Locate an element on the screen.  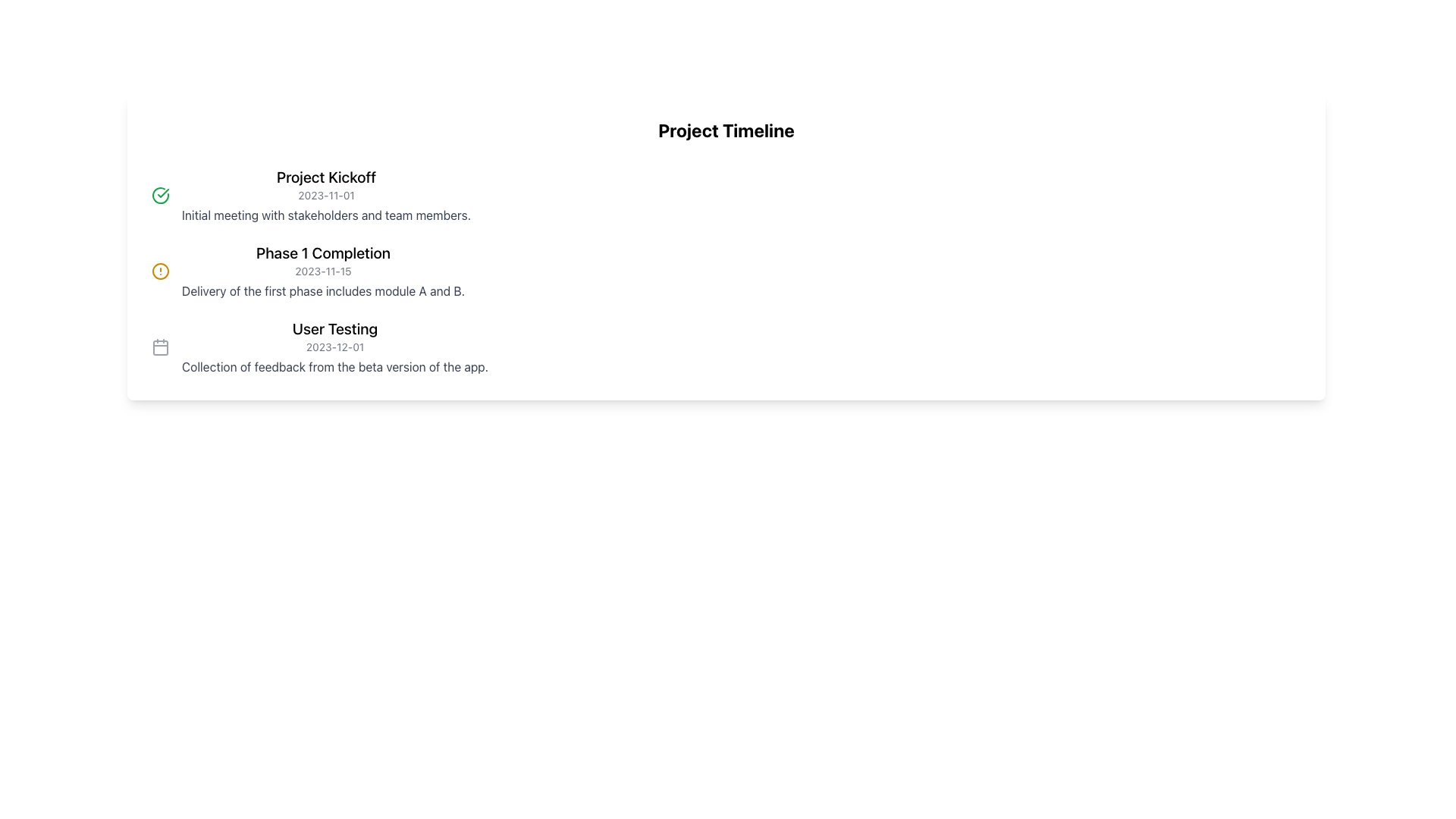
the circular green icon with a checkmark, which indicates success or completion, located to the left of the 'Project Kickoff' title is located at coordinates (160, 195).